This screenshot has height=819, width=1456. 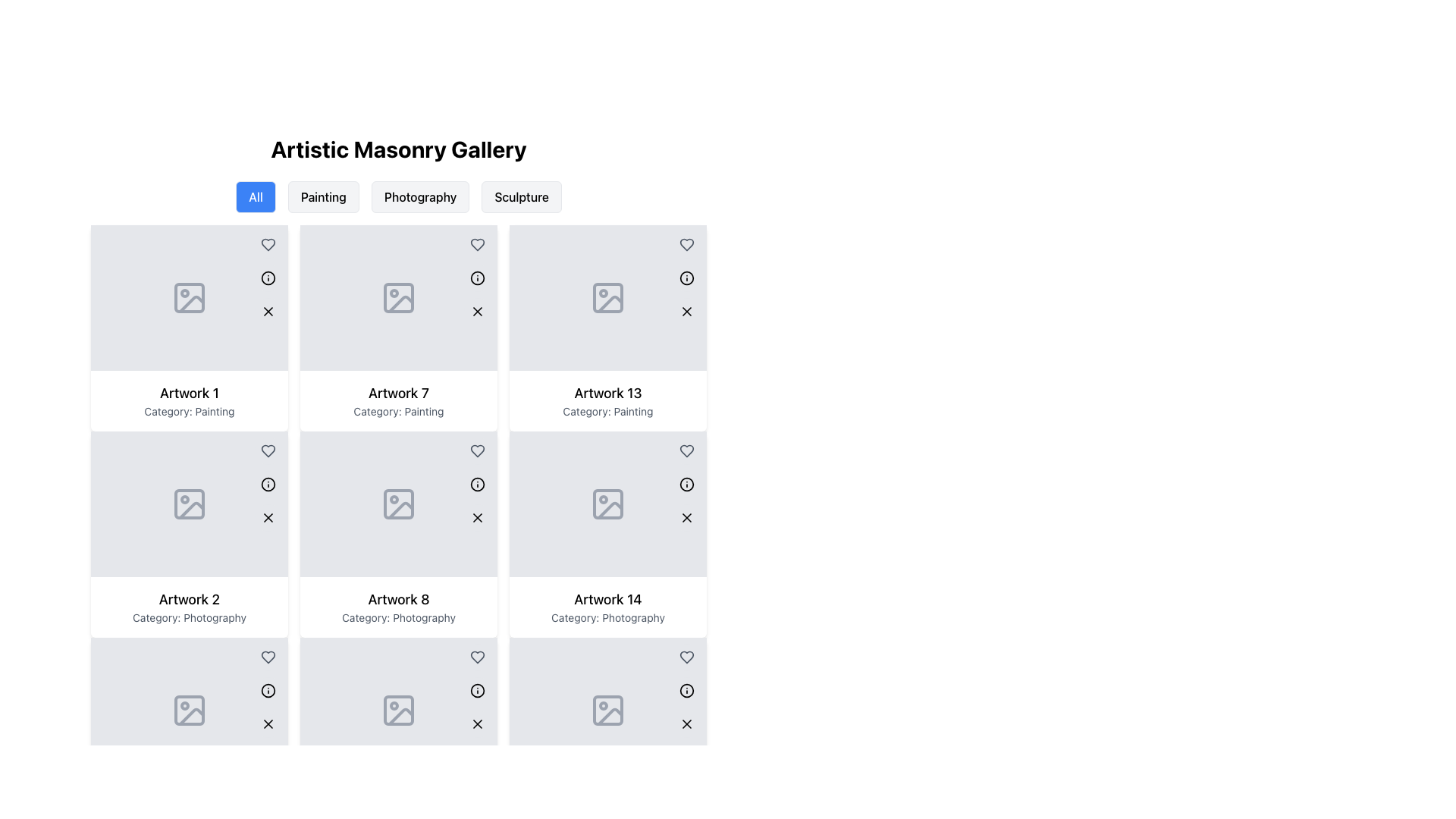 I want to click on Image placeholder located in the 'Artwork 2' section under the 'Photography' category, which is represented by a light gray rectangular area with an image icon inside, so click(x=188, y=504).